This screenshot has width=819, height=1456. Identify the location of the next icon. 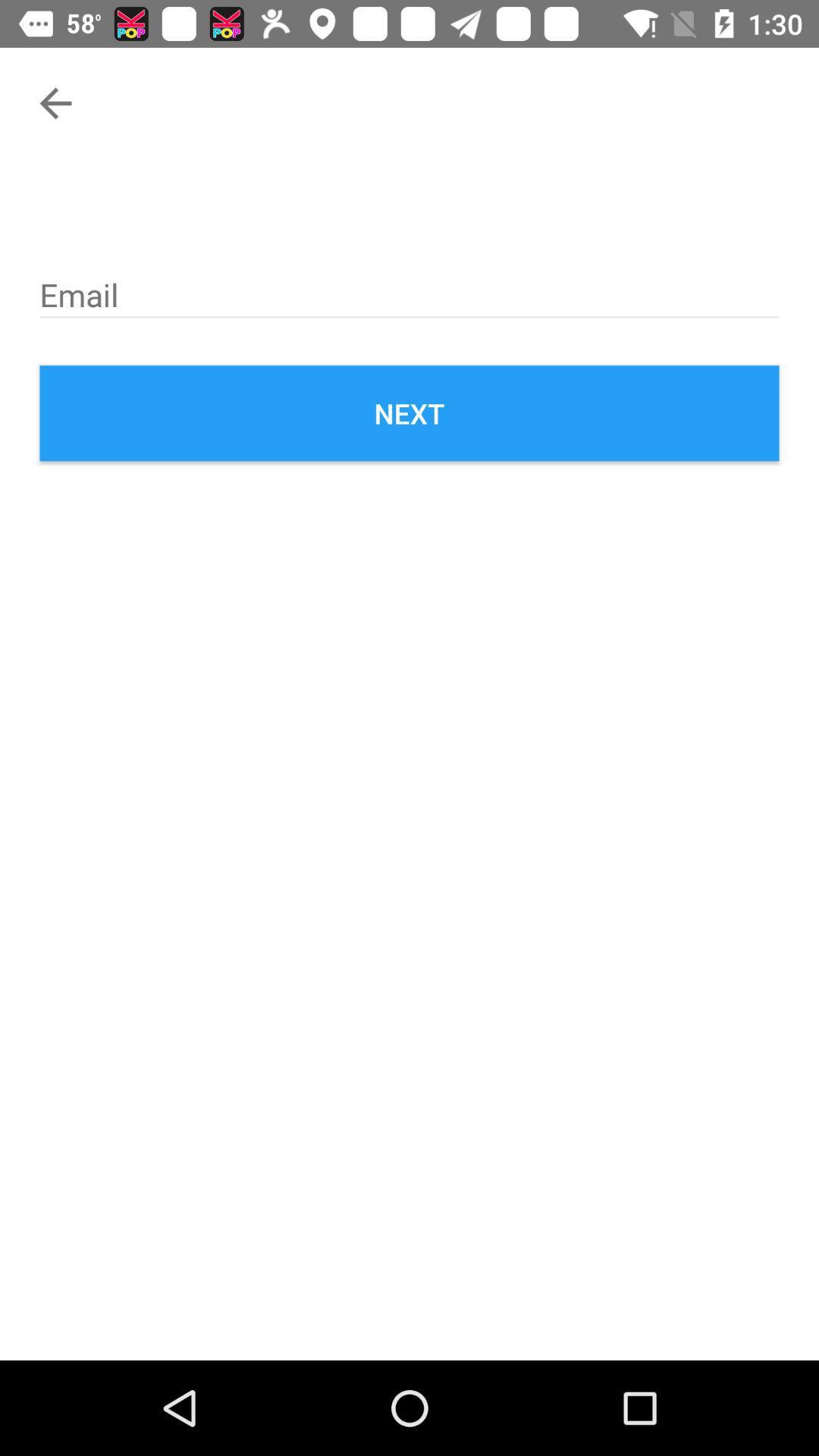
(409, 413).